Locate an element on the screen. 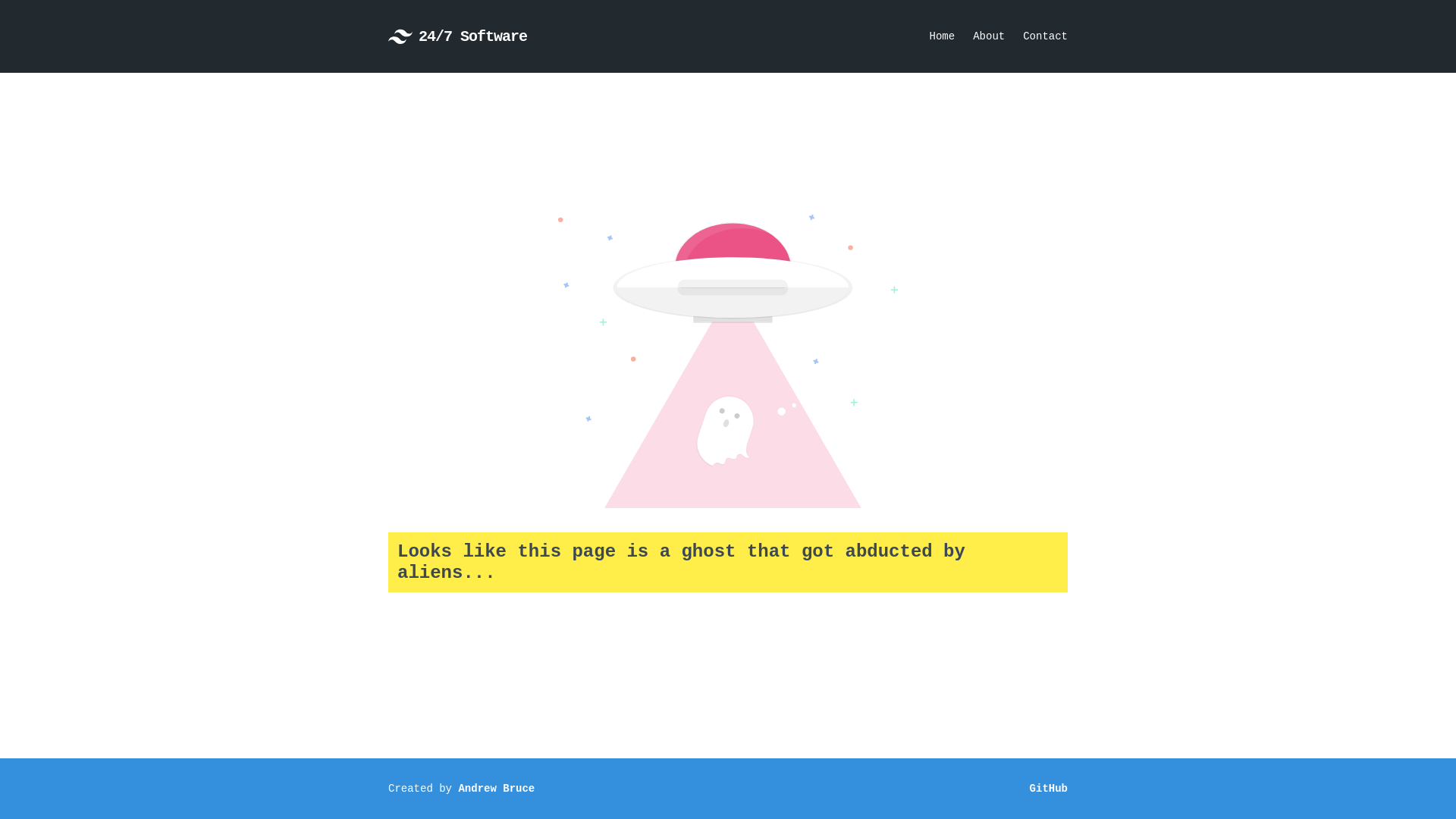 The width and height of the screenshot is (1456, 819). '24/7 Software' is located at coordinates (388, 35).